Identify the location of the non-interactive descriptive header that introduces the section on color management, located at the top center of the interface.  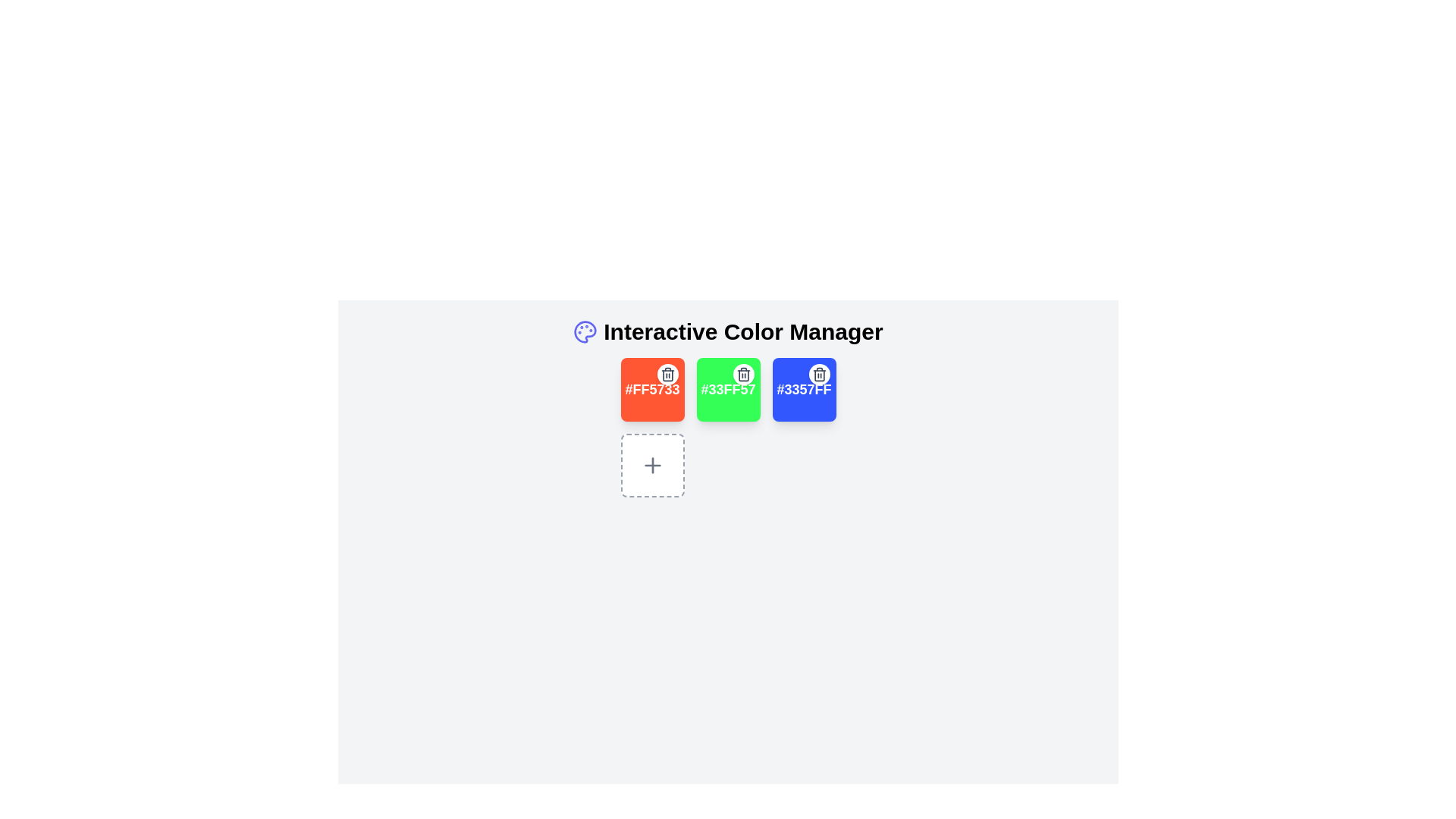
(728, 331).